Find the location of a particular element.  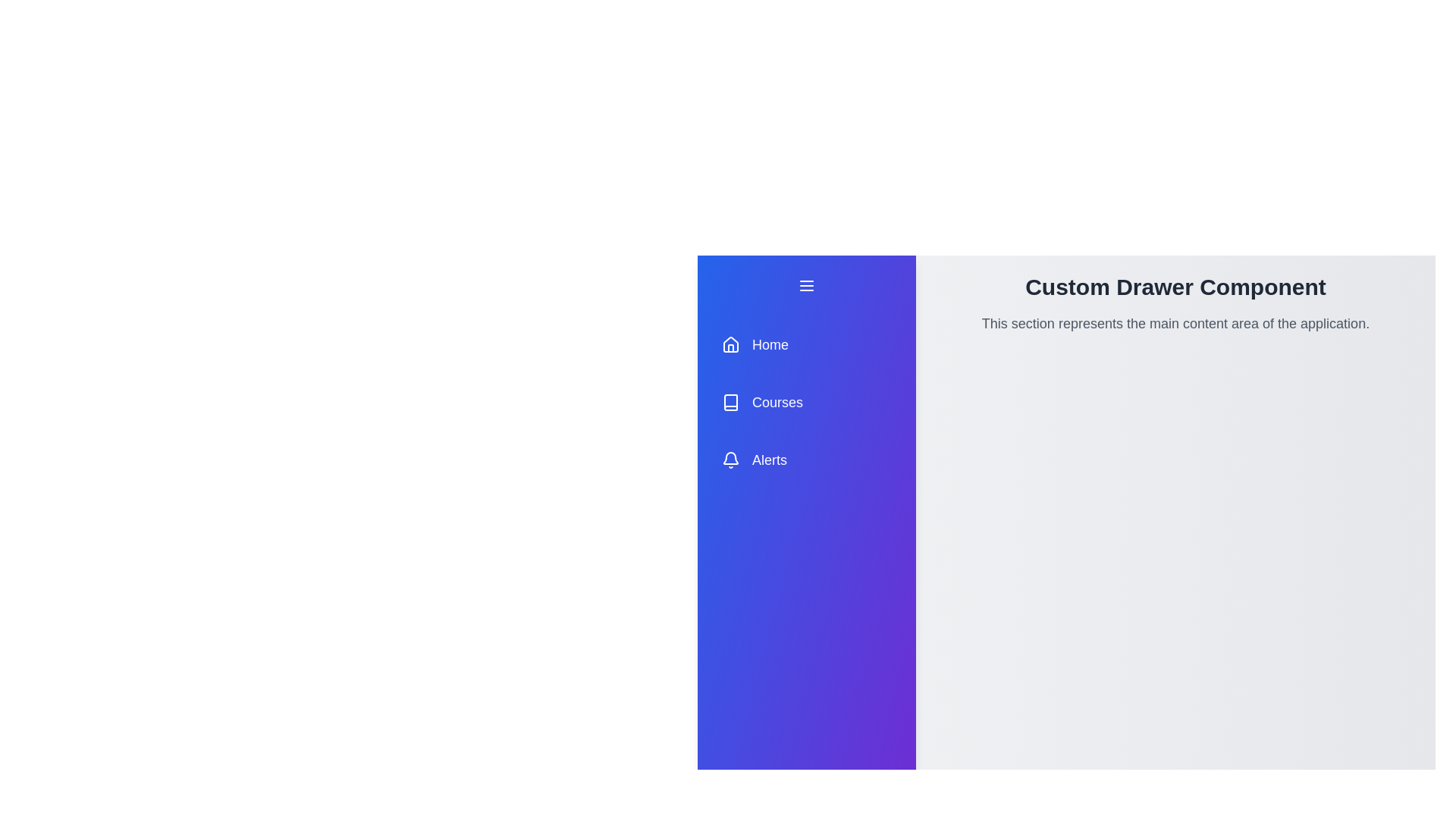

the menu item Alerts to navigate to the corresponding section is located at coordinates (806, 459).